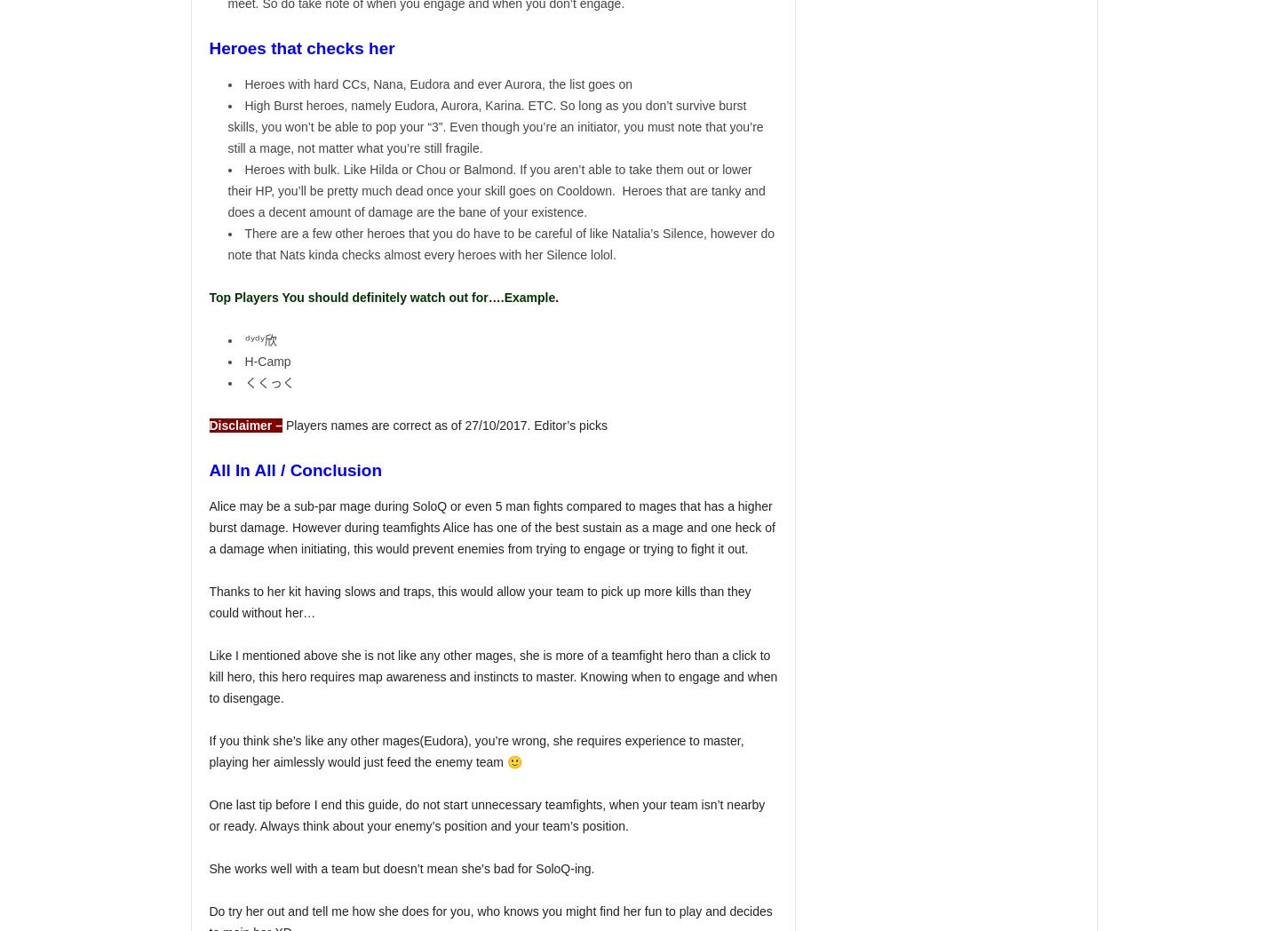  I want to click on 'Players names are correct as of 27/10/2017. Editor’s picks', so click(444, 425).